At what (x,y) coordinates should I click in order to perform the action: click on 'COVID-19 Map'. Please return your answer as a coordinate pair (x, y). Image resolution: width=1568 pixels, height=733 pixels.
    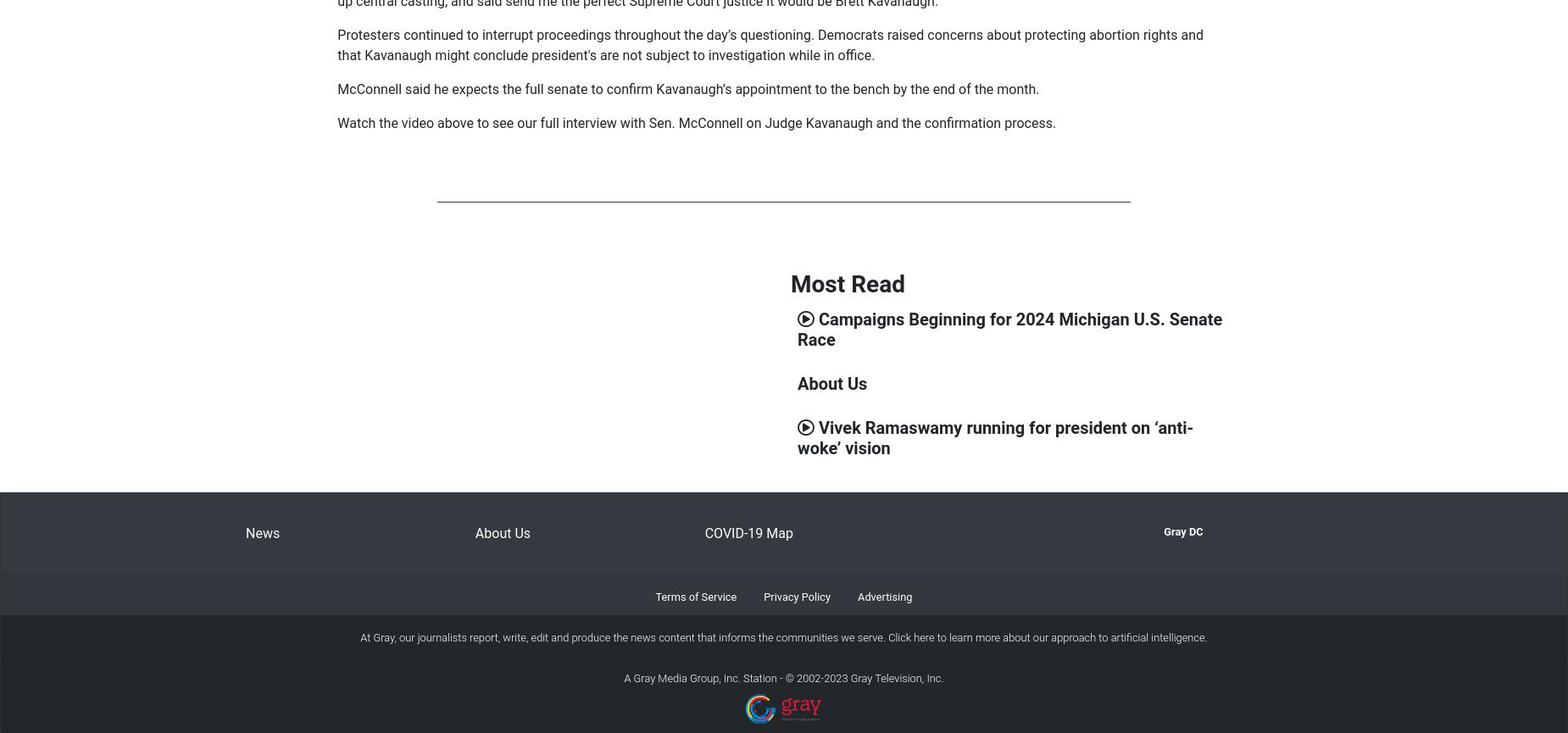
    Looking at the image, I should click on (704, 533).